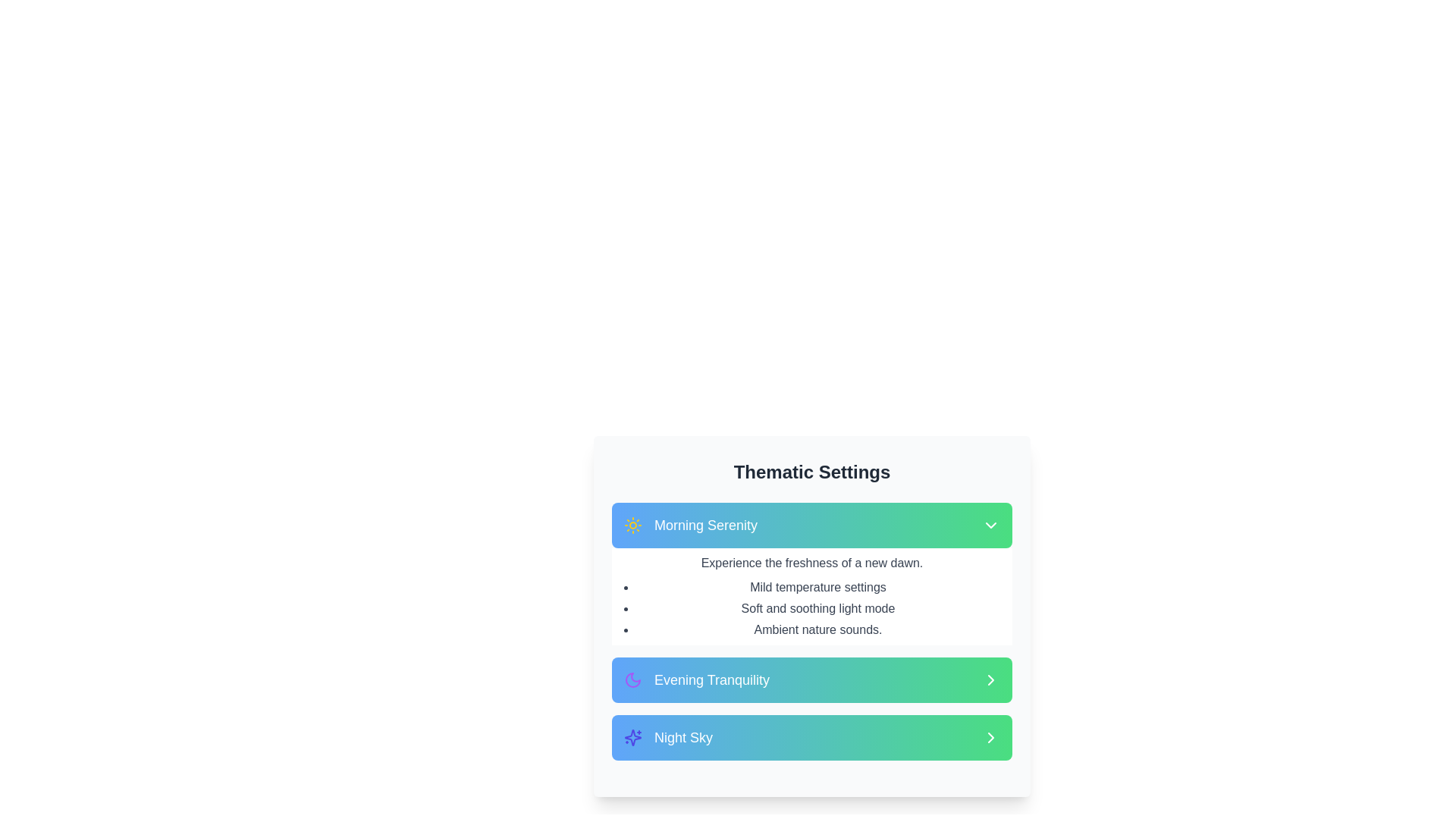 This screenshot has height=819, width=1456. What do you see at coordinates (711, 679) in the screenshot?
I see `the 'Evening Tranquility' text label within the thematic options button located under the 'Thematic Settings' title` at bounding box center [711, 679].